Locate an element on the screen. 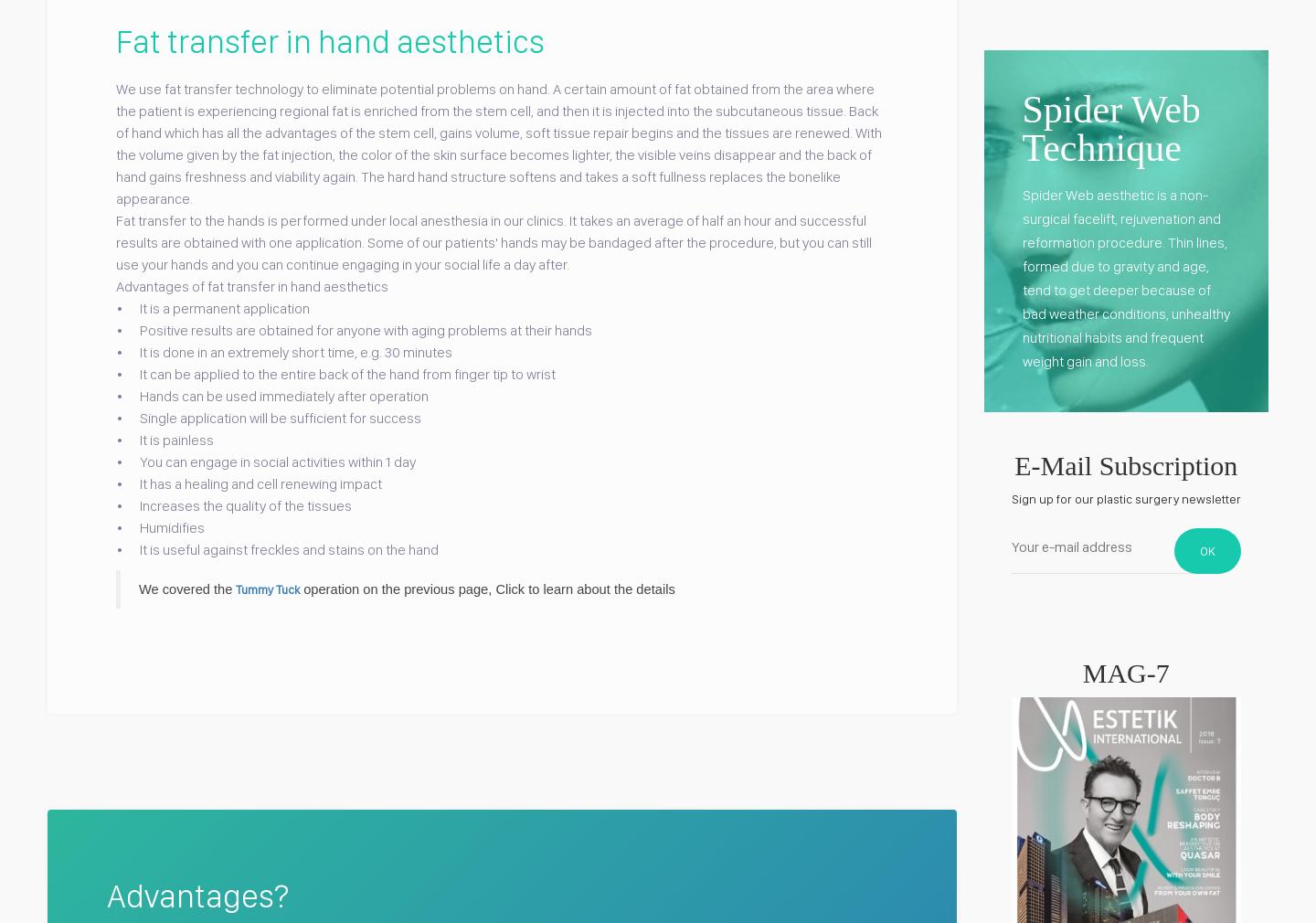  'We use fat transfer technology to eliminate potential problems on hand. A certain amount of fat obtained from the area where the patient is experiencing regional fat is enriched from the stem cell, and then it is injected into the subcutaneous tissue. Back of hand which has all the advantages of the stem cell, gains volume, soft tissue repair begins and the tissues are renewed. With the volume given by the fat injection, the color of the skin surface becomes lighter, the visible veins disappear and the back of hand gains freshness and viability again. The hard hand structure softens and takes a soft fullness replaces the bonelike appearance.' is located at coordinates (499, 142).